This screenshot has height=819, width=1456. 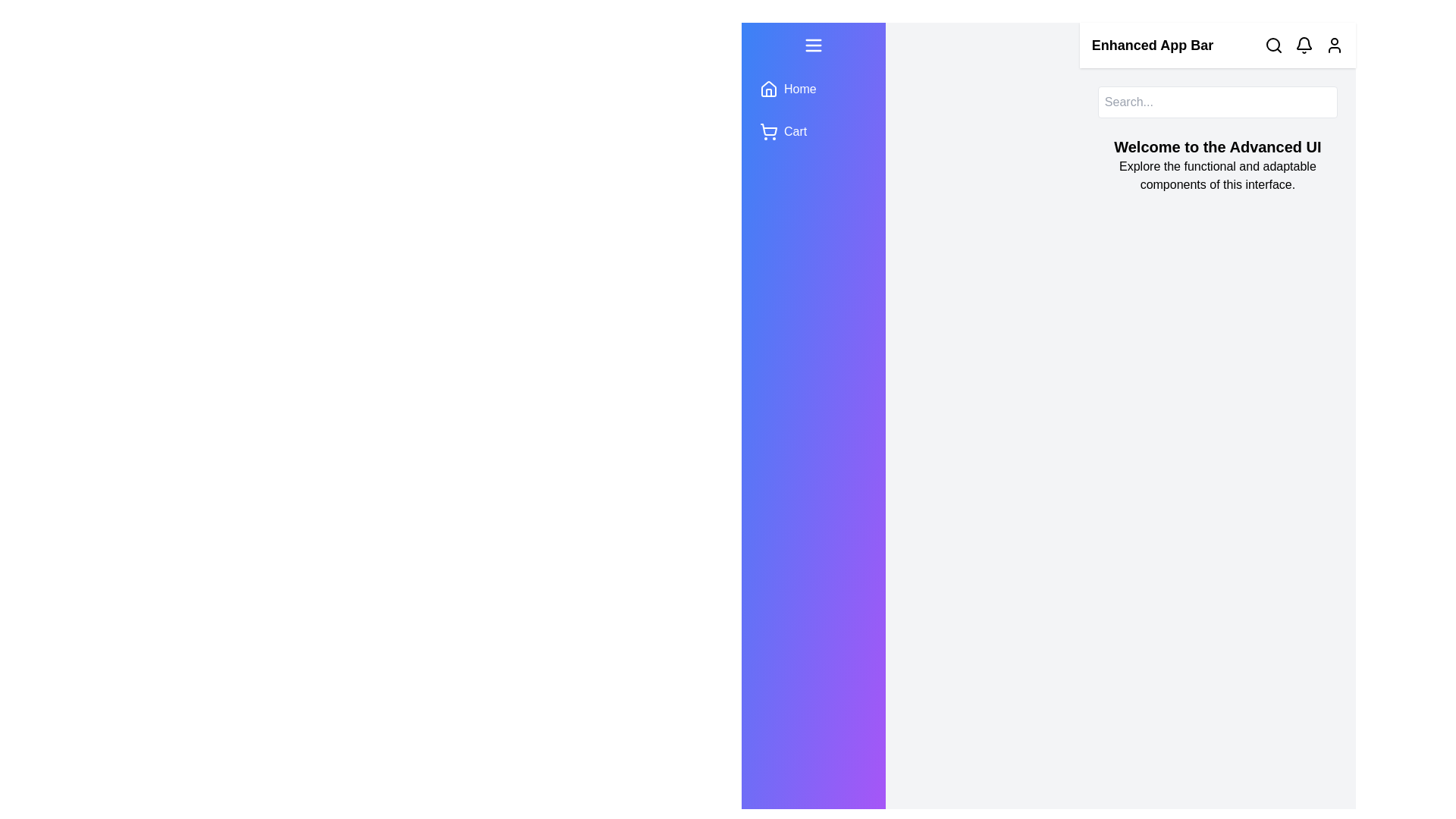 I want to click on the search input field and type the query 'example', so click(x=1216, y=102).